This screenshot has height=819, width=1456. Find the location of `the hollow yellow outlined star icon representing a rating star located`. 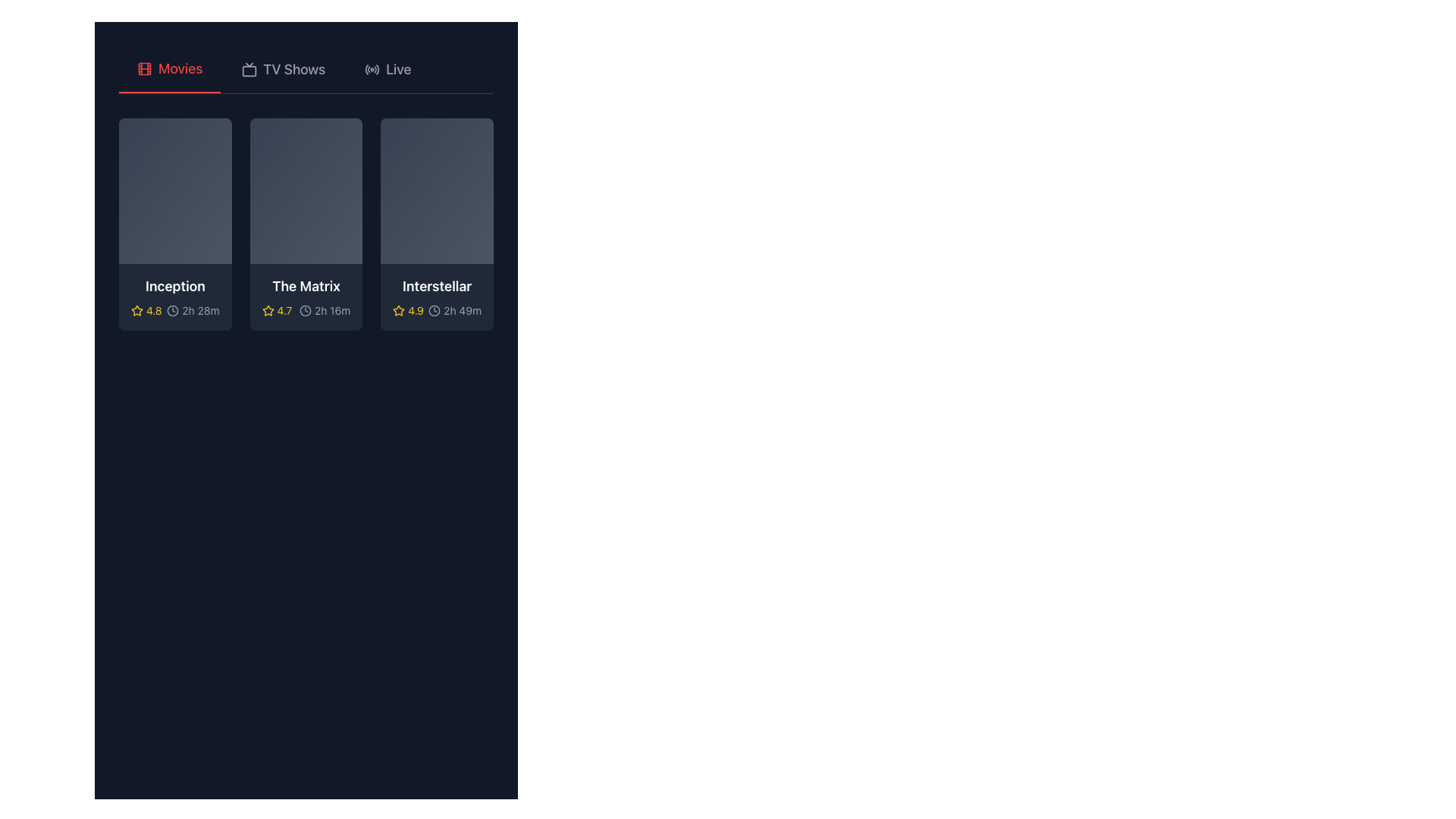

the hollow yellow outlined star icon representing a rating star located is located at coordinates (268, 309).